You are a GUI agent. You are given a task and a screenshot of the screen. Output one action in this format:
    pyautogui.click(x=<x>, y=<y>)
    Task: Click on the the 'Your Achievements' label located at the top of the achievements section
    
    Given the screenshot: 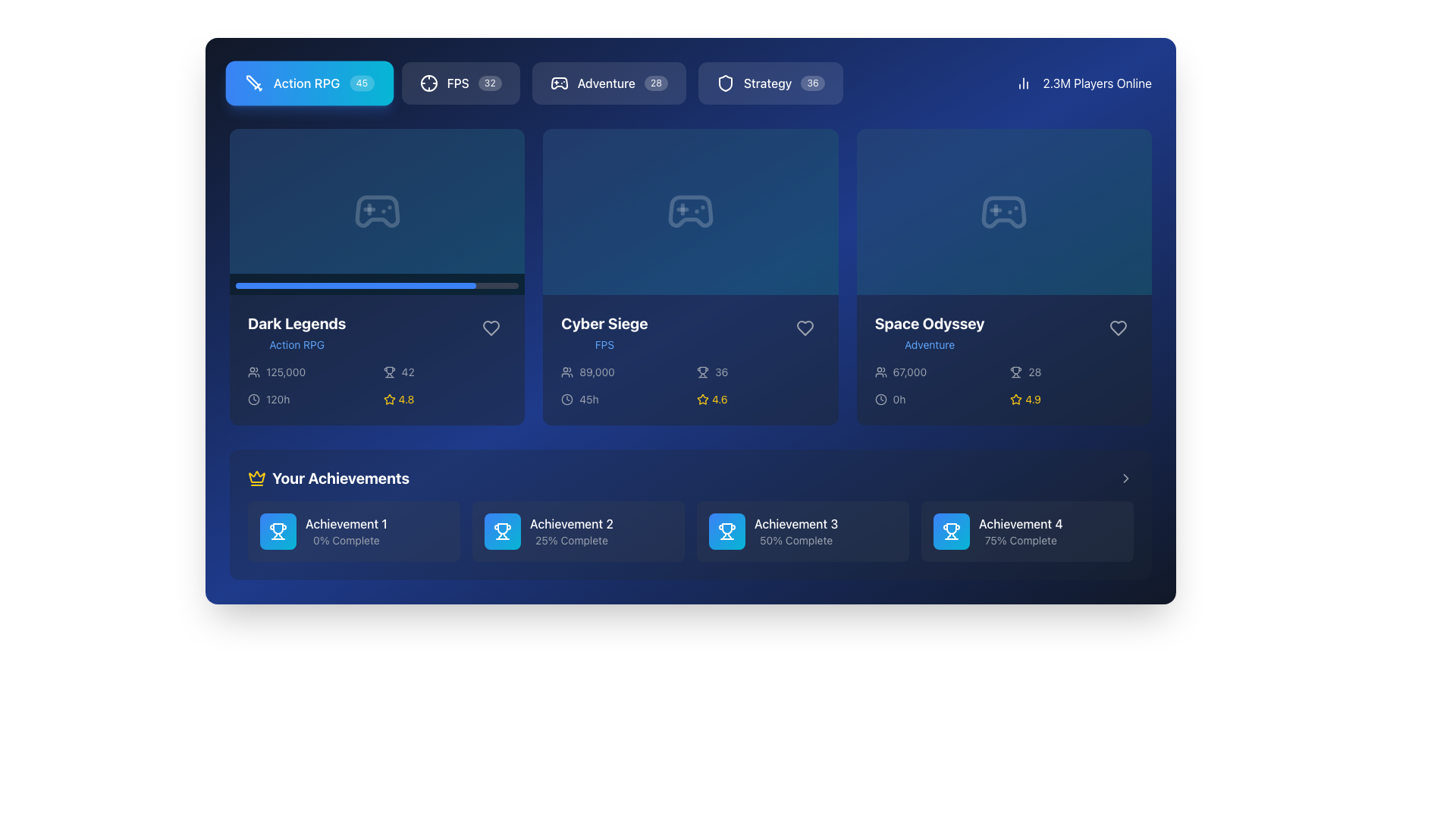 What is the action you would take?
    pyautogui.click(x=340, y=479)
    